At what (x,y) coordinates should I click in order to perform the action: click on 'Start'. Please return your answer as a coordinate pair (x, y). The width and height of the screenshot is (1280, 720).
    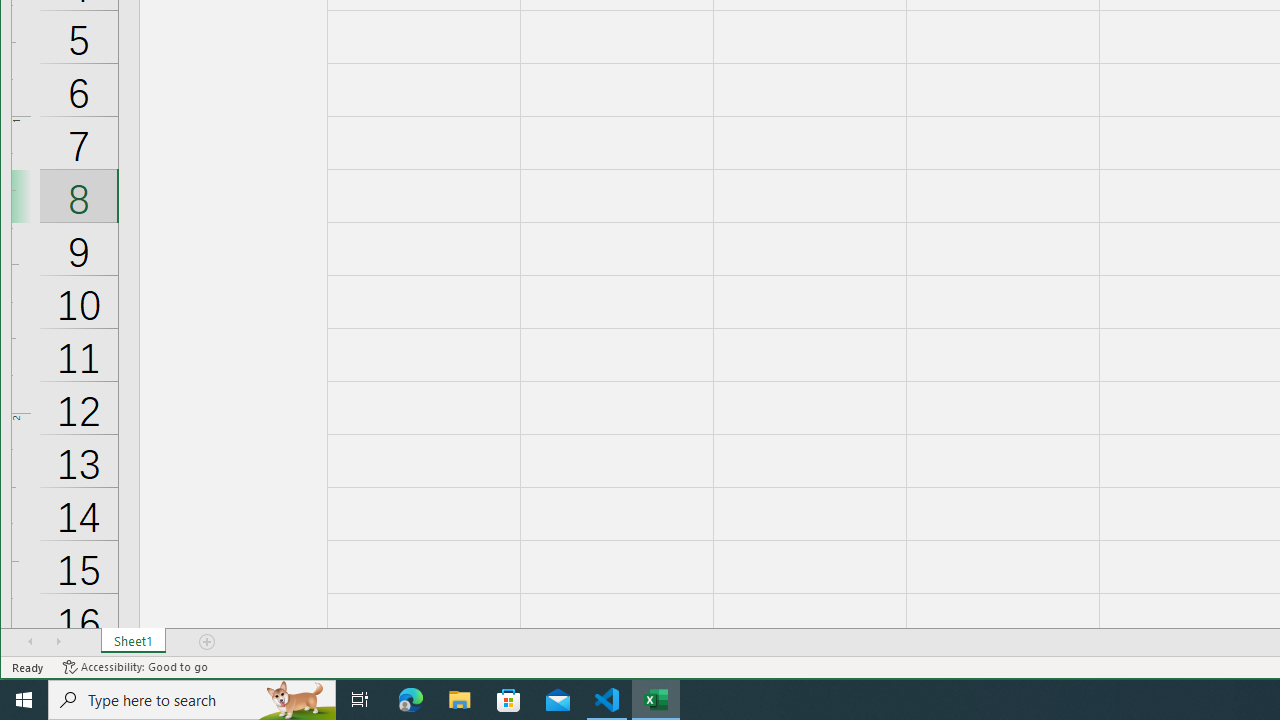
    Looking at the image, I should click on (24, 698).